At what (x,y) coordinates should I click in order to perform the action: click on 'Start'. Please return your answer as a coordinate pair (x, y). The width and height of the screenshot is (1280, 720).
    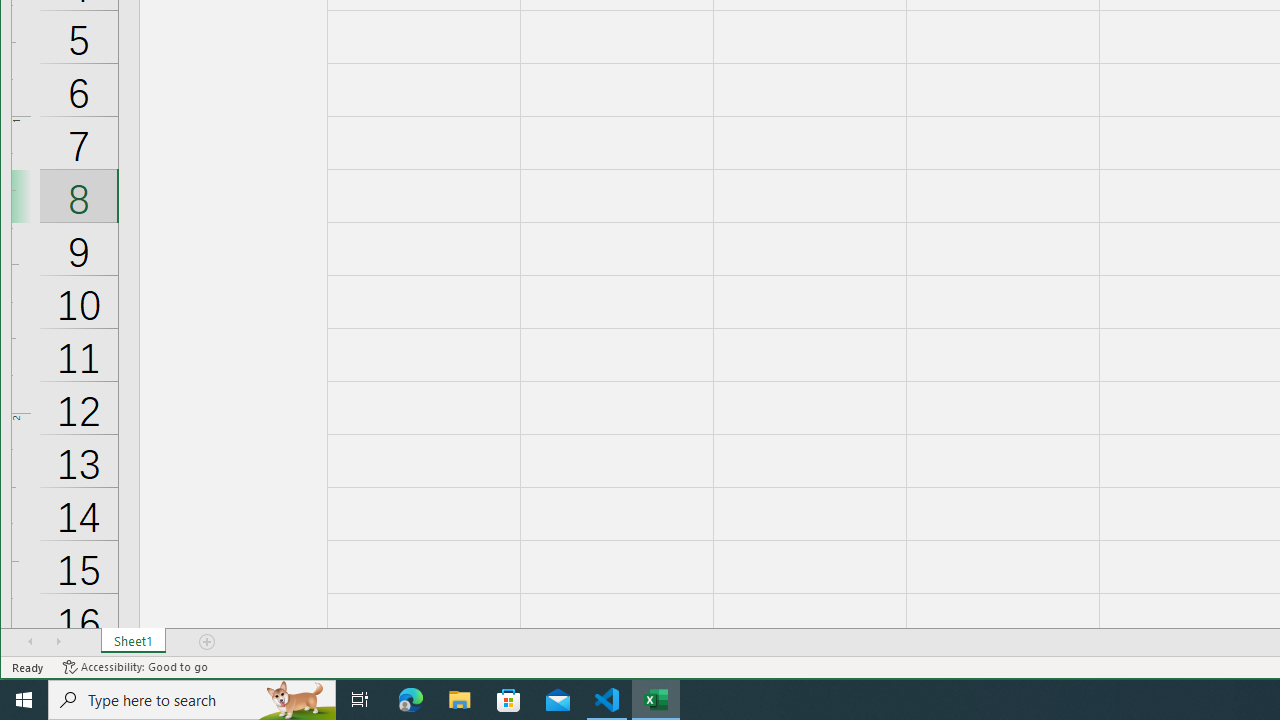
    Looking at the image, I should click on (24, 698).